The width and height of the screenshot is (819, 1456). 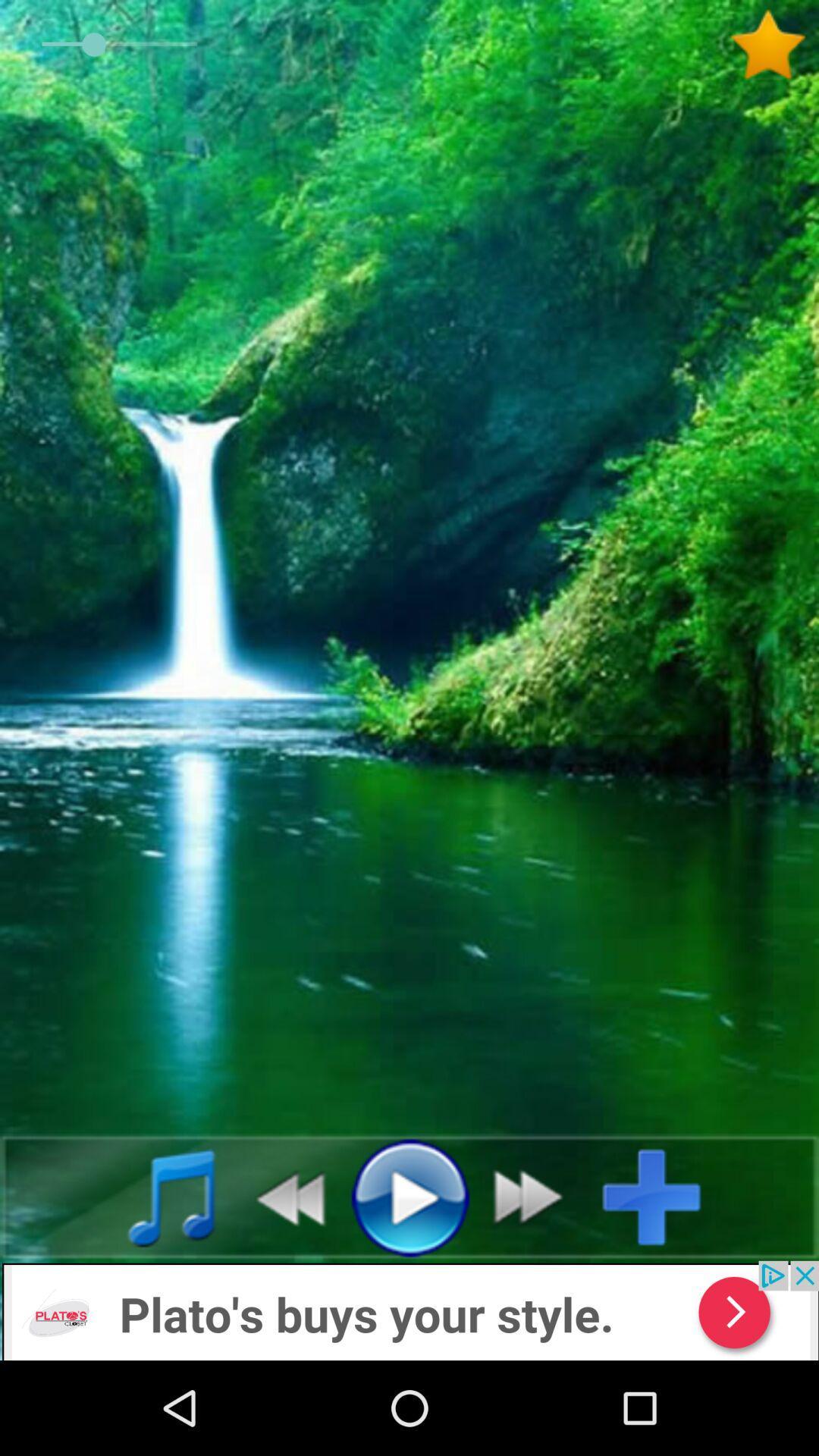 I want to click on advertisement, so click(x=409, y=1310).